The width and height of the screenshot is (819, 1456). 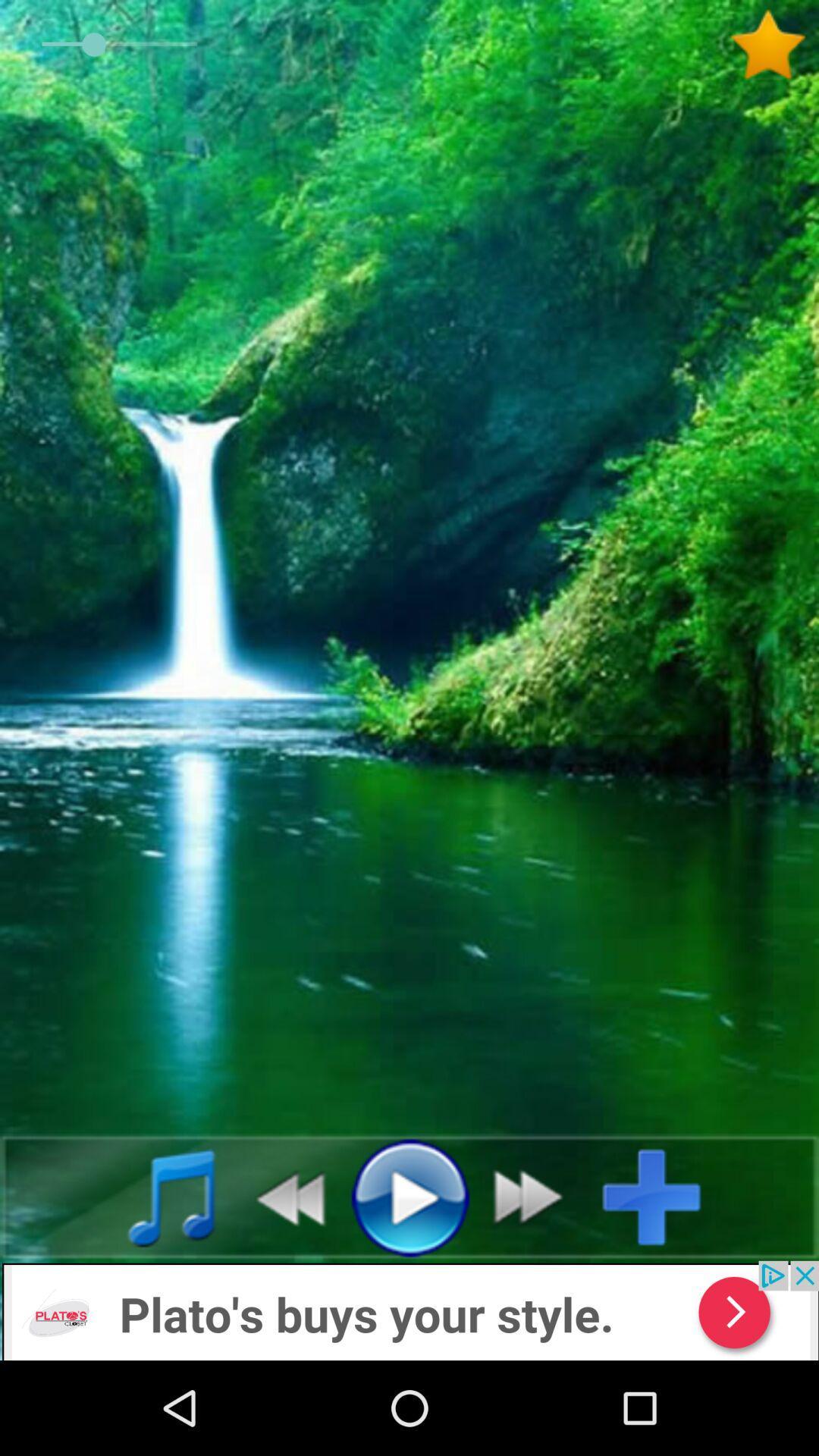 I want to click on advertisement, so click(x=409, y=1310).